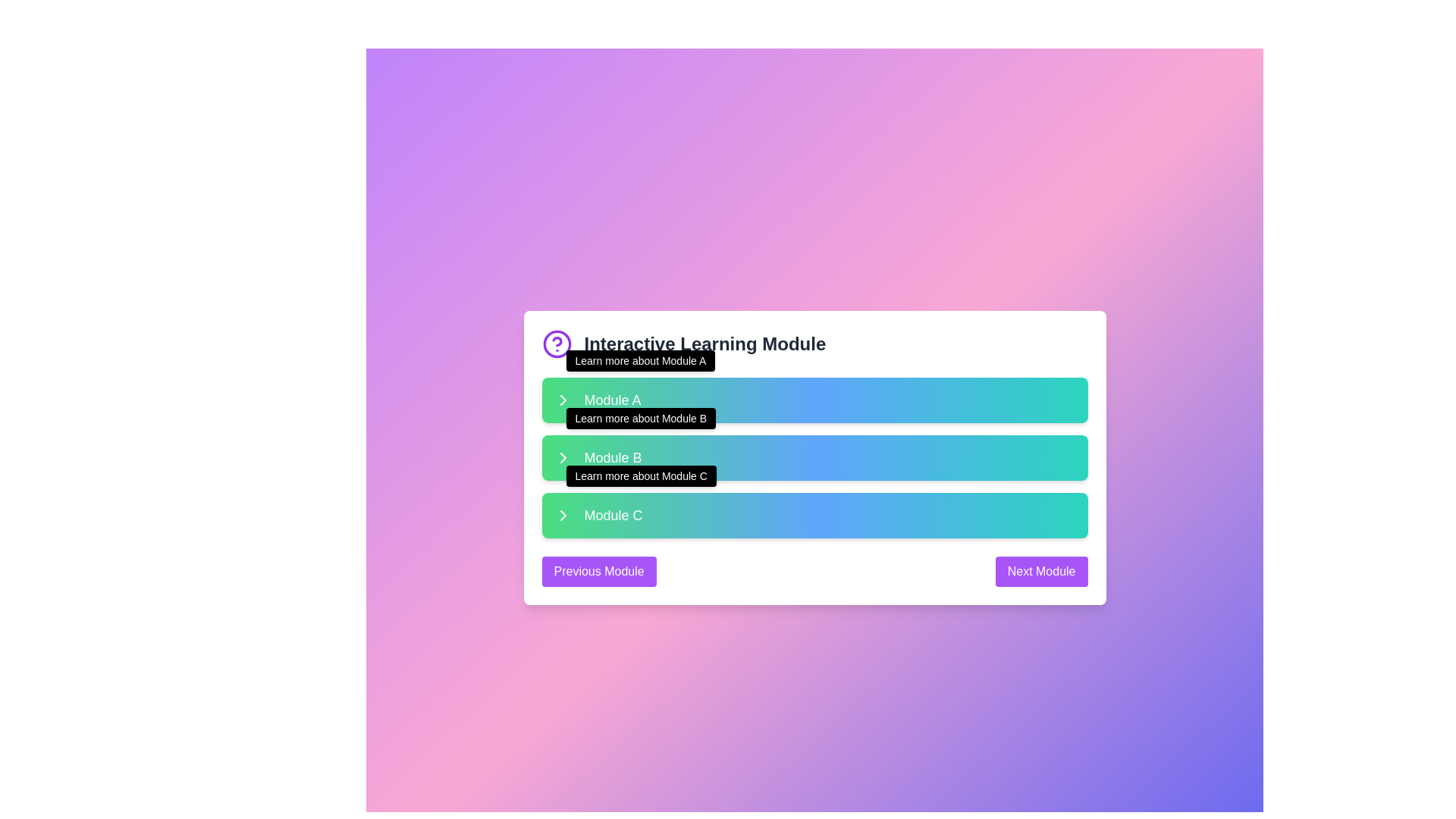  What do you see at coordinates (613, 514) in the screenshot?
I see `text label that displays 'Module C', which is styled in large, bold white font and is located centrally within the bottom-most gradient-colored button of a vertical stack` at bounding box center [613, 514].